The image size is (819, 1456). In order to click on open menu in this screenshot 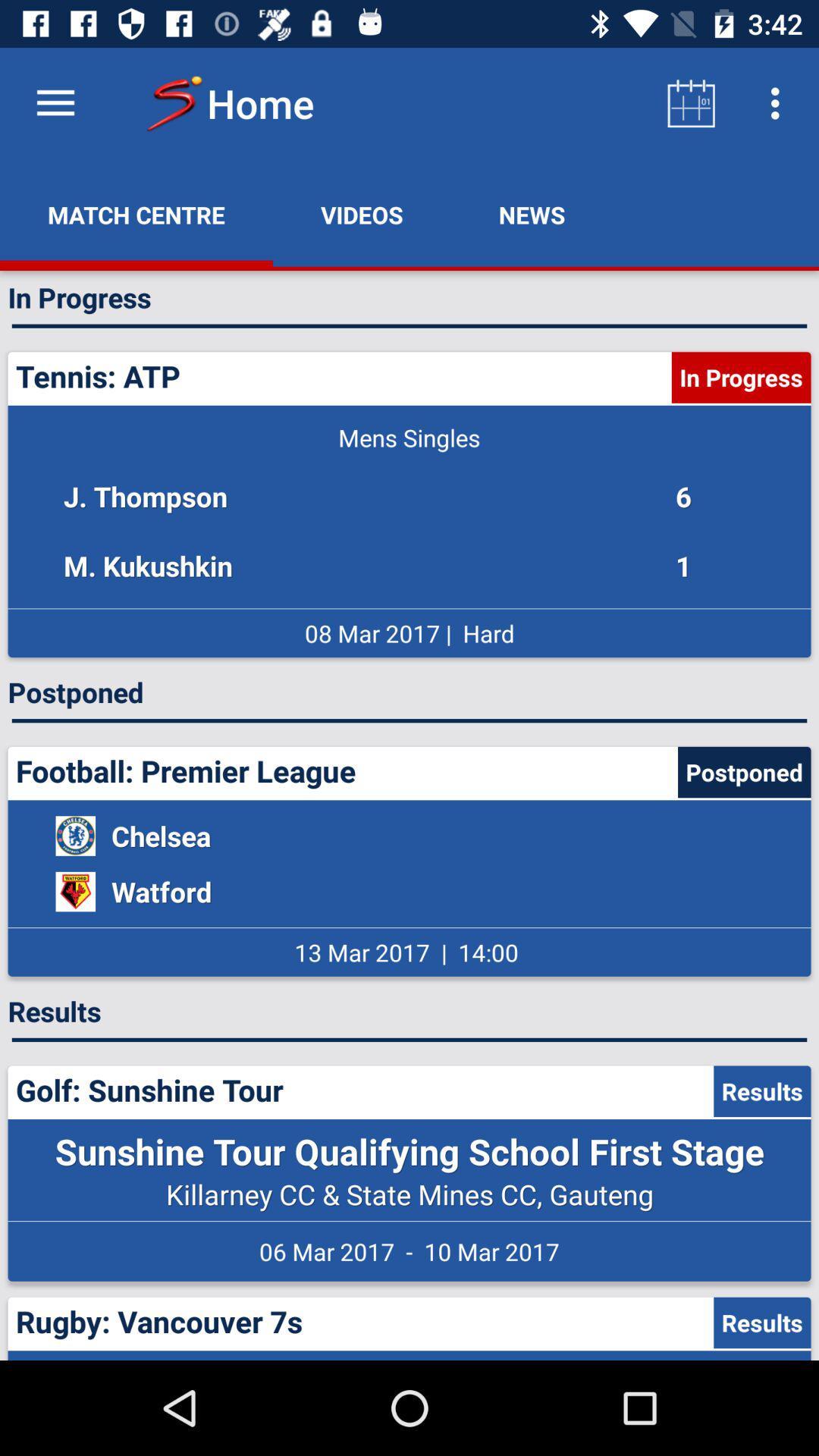, I will do `click(55, 102)`.